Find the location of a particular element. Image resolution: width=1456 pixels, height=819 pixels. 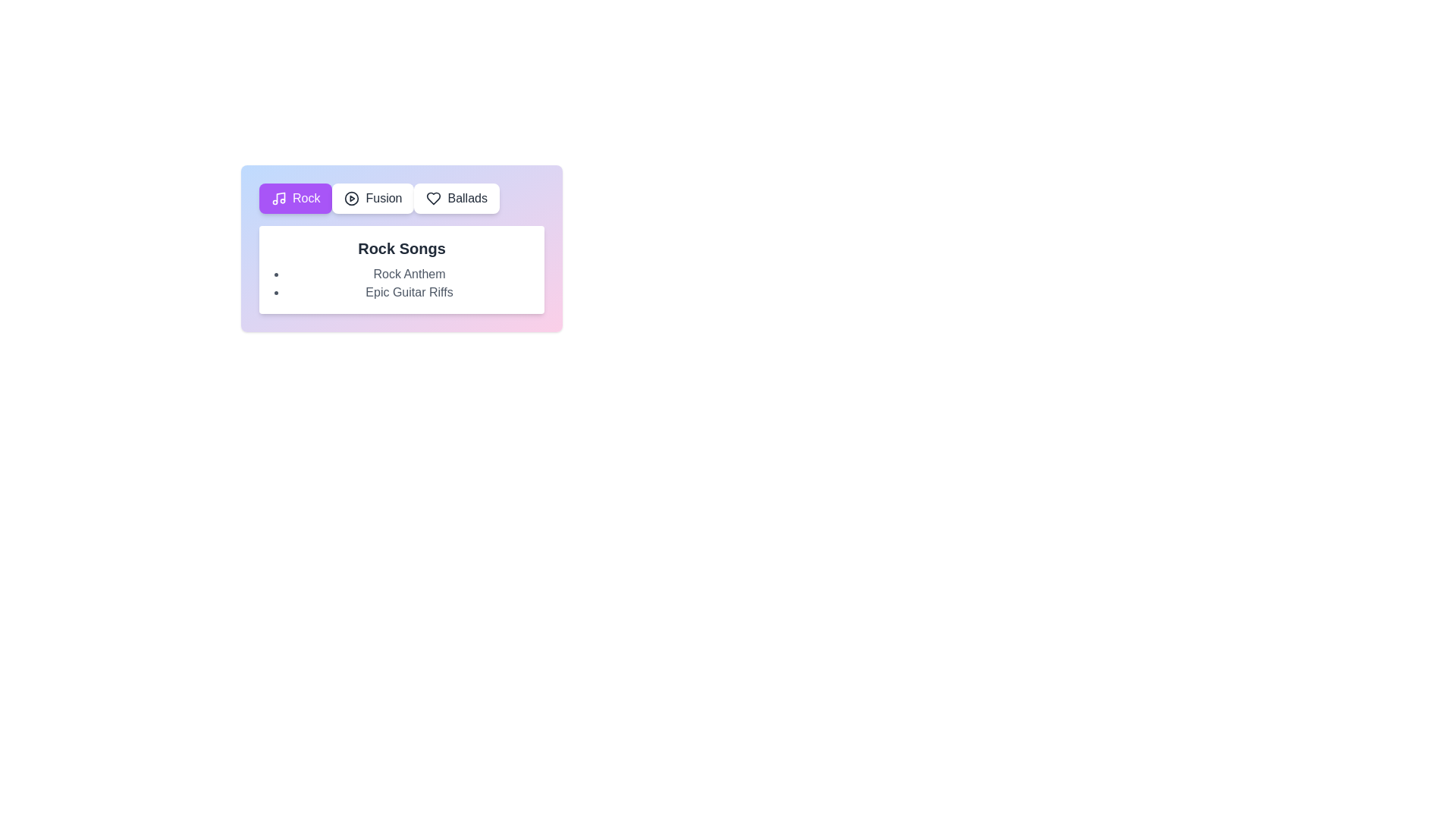

the genre tab labeled Ballads to view its songs is located at coordinates (455, 198).